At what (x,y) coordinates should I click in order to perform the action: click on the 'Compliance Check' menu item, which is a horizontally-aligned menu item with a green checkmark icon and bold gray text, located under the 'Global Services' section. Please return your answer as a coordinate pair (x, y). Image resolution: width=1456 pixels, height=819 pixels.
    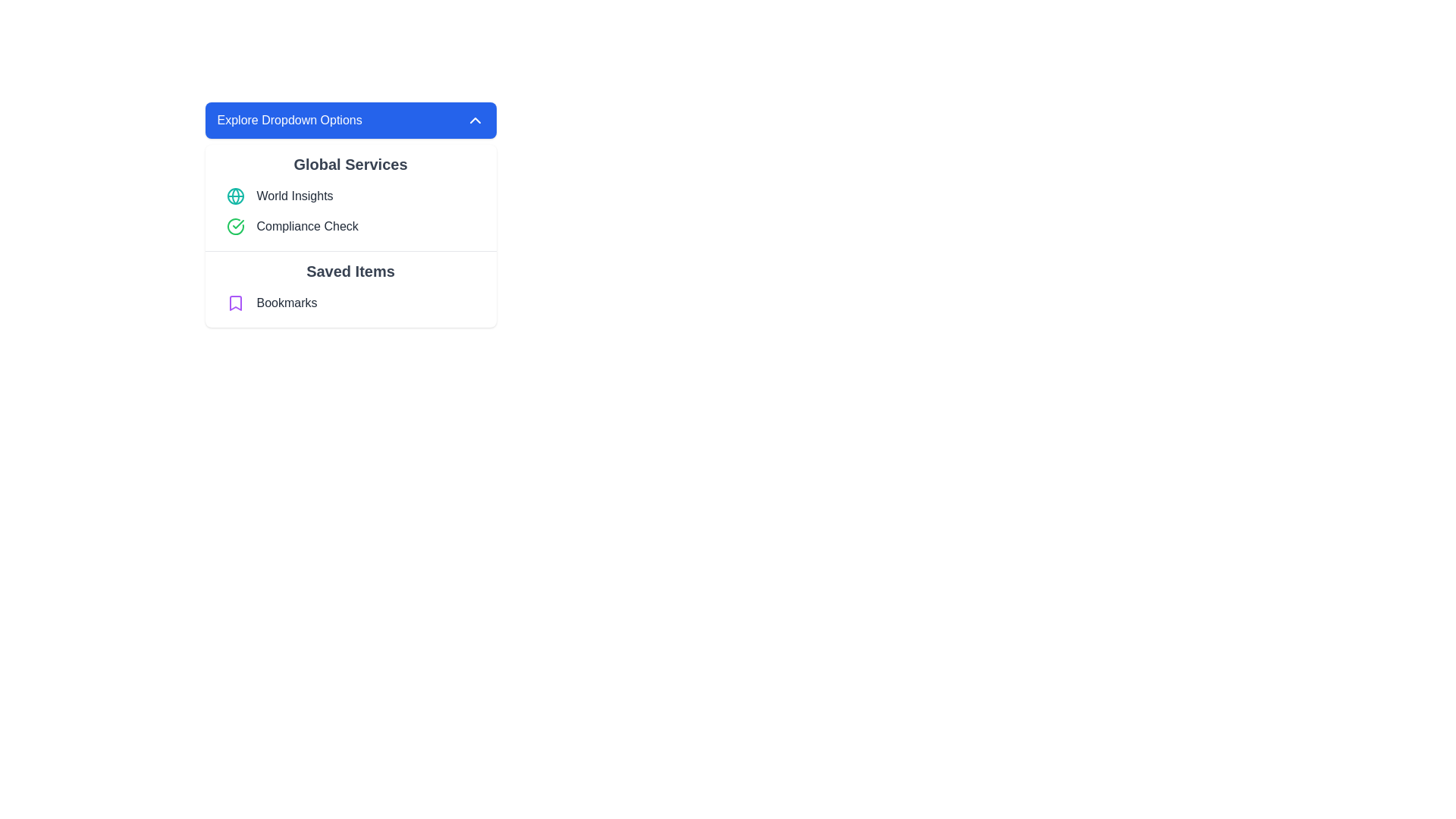
    Looking at the image, I should click on (350, 227).